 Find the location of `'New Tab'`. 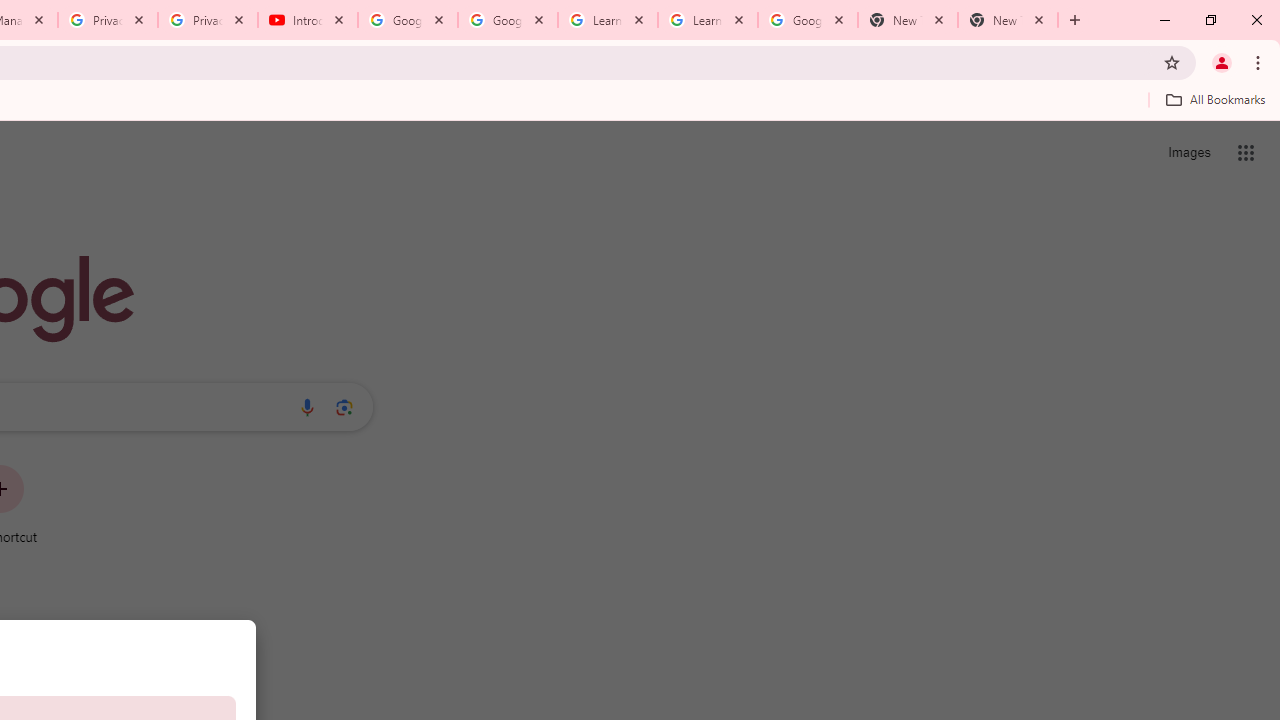

'New Tab' is located at coordinates (1008, 20).